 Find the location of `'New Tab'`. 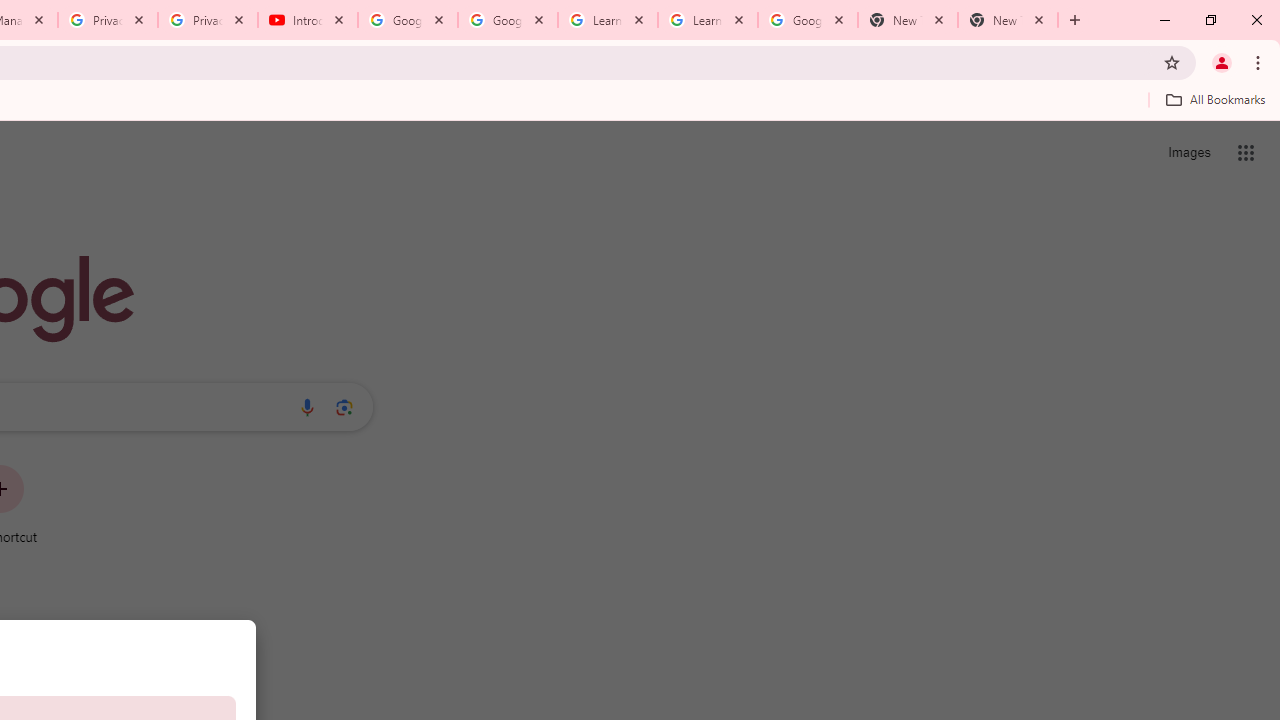

'New Tab' is located at coordinates (1008, 20).